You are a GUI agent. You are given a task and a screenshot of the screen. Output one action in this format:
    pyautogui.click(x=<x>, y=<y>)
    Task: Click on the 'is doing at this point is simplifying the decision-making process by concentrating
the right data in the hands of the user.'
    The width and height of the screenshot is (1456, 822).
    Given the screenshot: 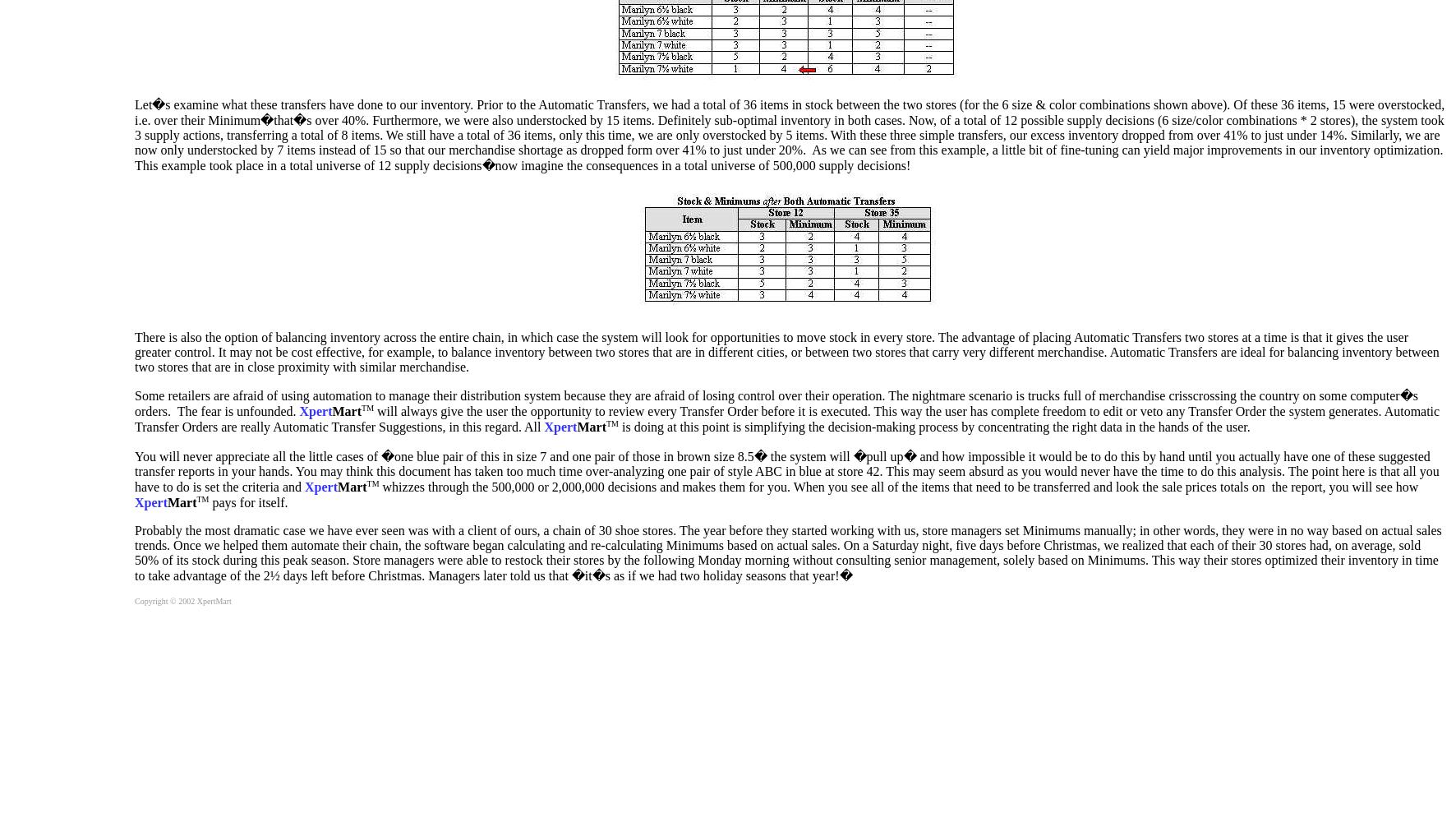 What is the action you would take?
    pyautogui.click(x=934, y=427)
    